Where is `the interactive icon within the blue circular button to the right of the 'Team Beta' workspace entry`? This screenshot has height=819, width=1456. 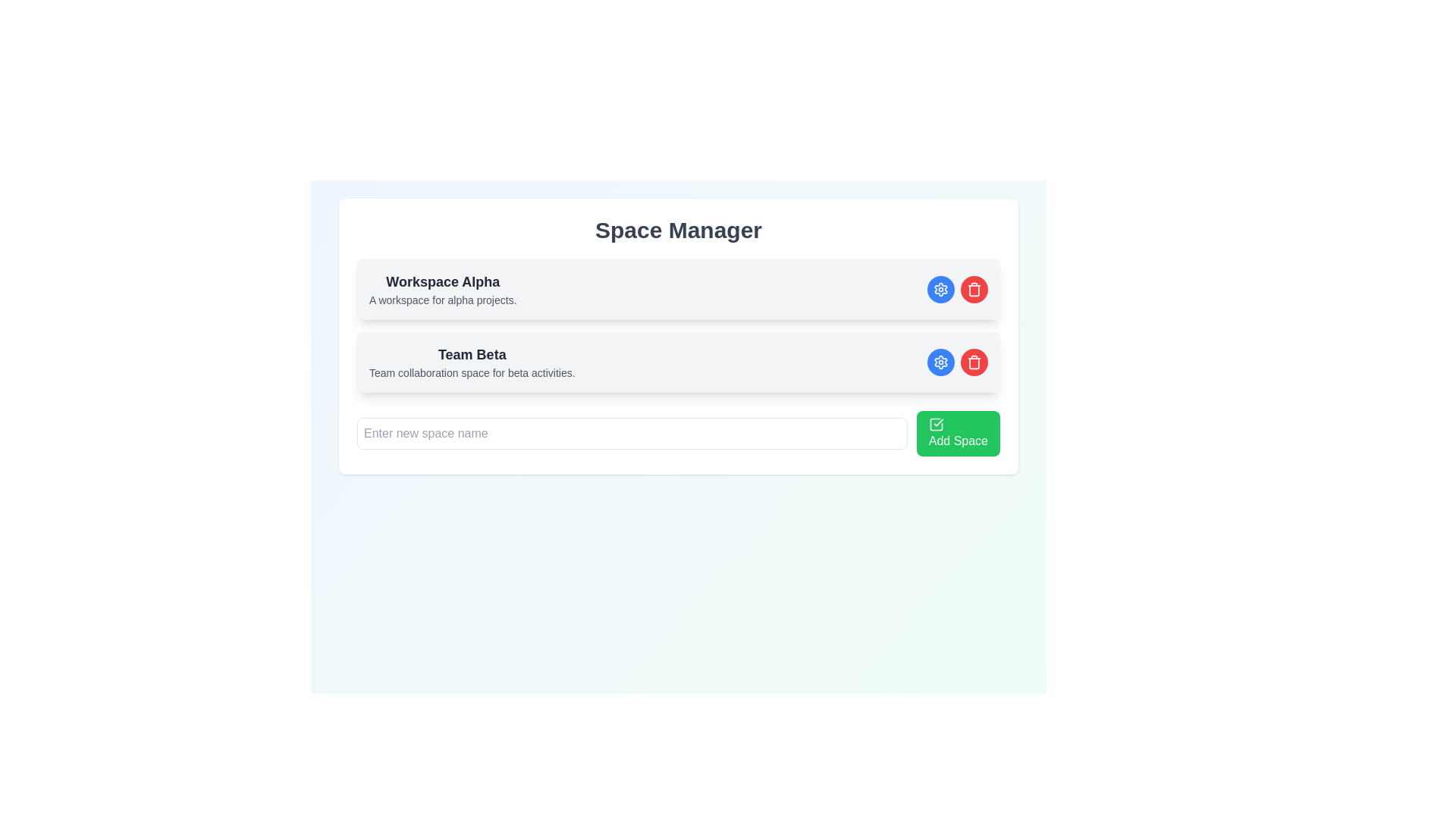 the interactive icon within the blue circular button to the right of the 'Team Beta' workspace entry is located at coordinates (940, 362).